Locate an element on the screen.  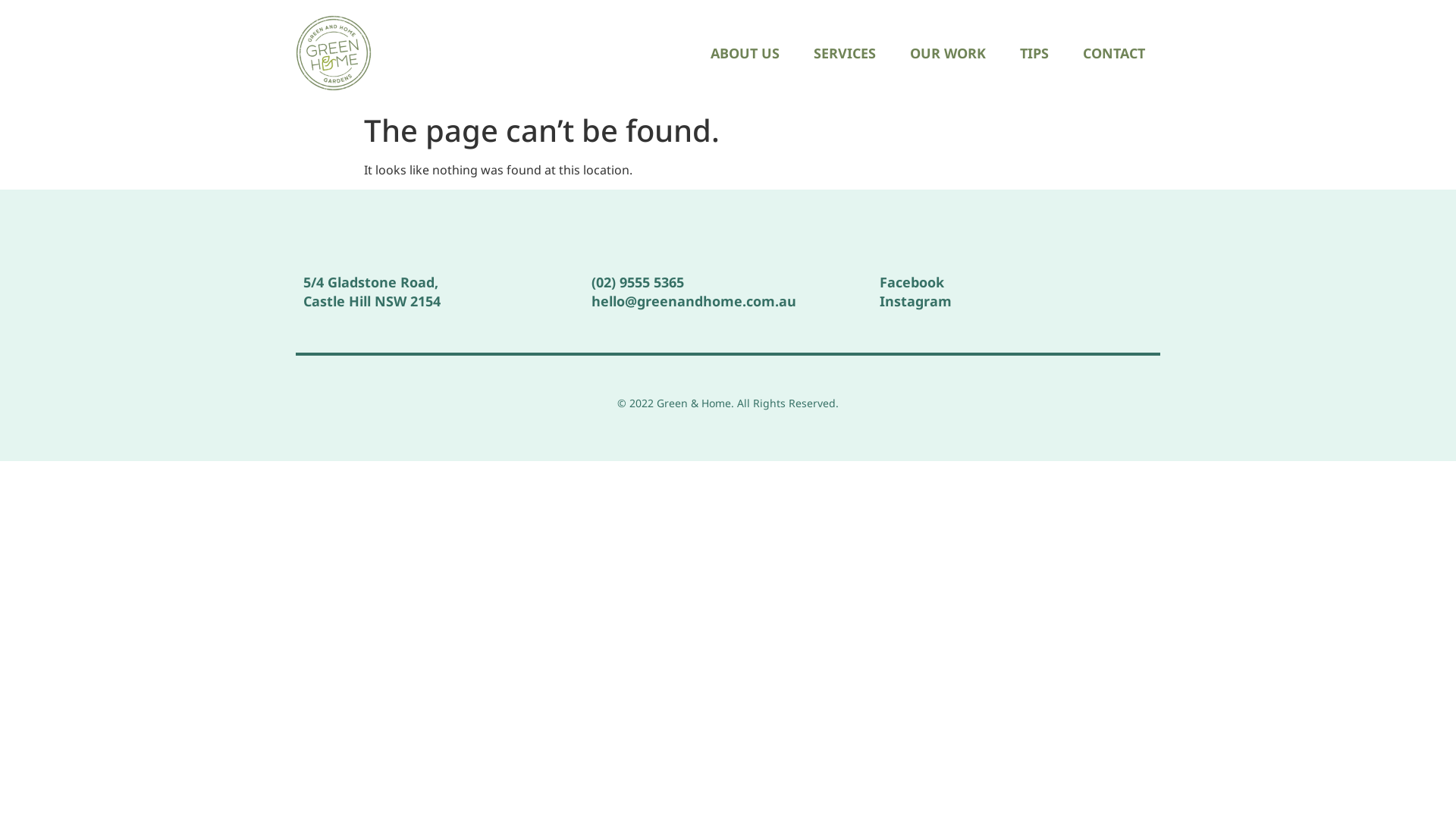
'SERVICES' is located at coordinates (797, 52).